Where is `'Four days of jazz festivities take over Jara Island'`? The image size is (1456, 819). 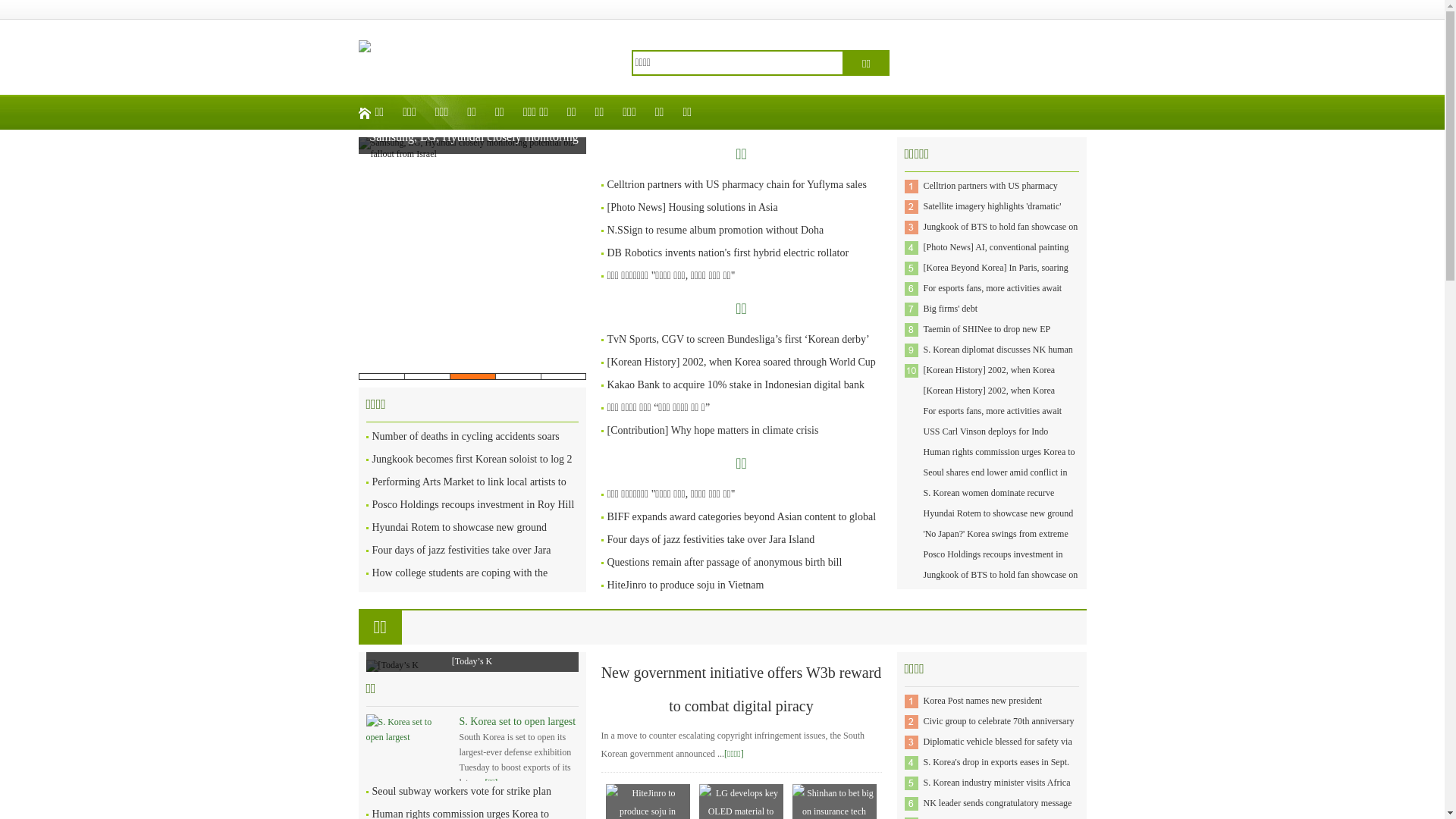
'Four days of jazz festivities take over Jara Island' is located at coordinates (607, 538).